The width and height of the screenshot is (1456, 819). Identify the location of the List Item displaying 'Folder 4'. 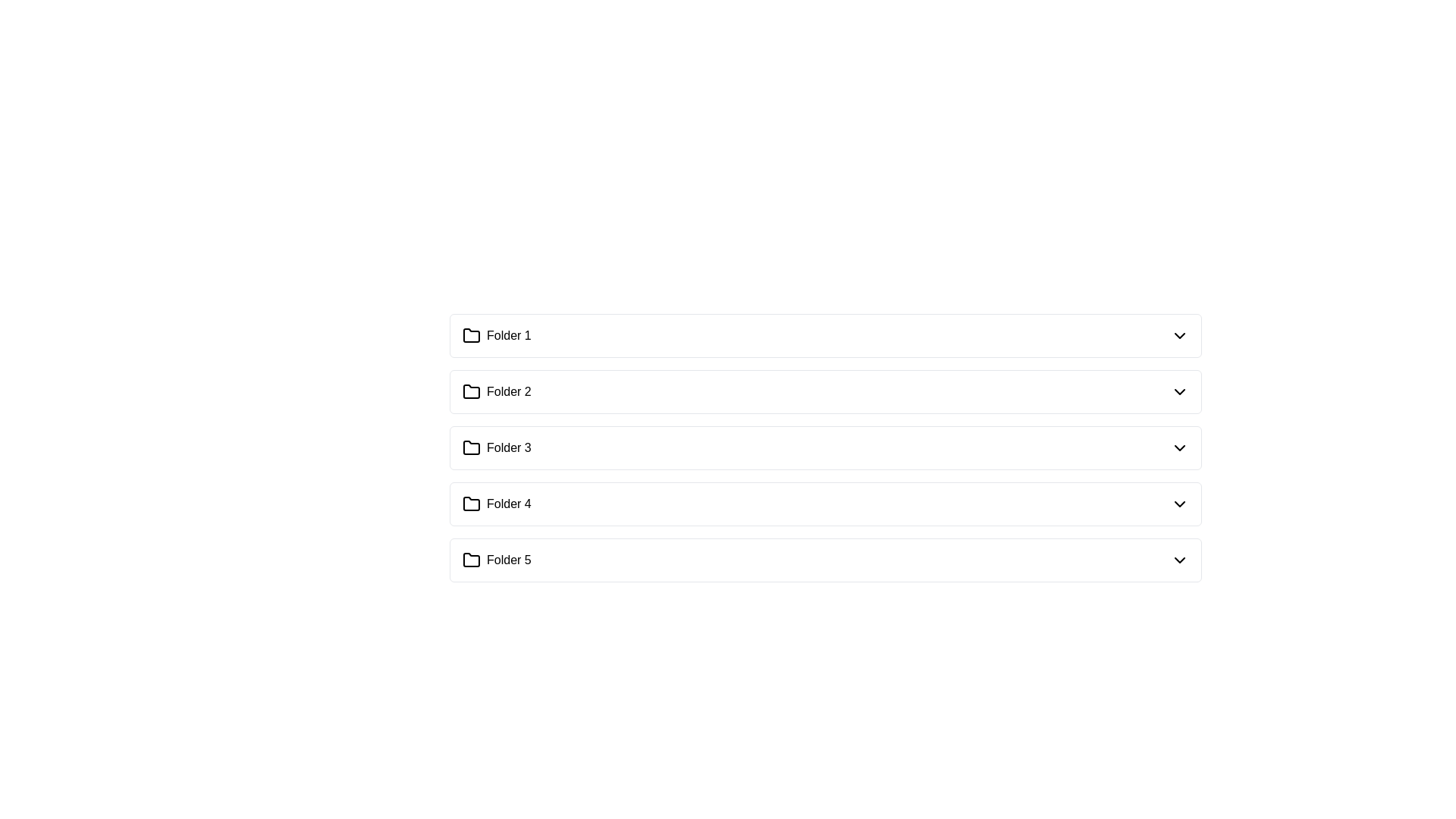
(825, 504).